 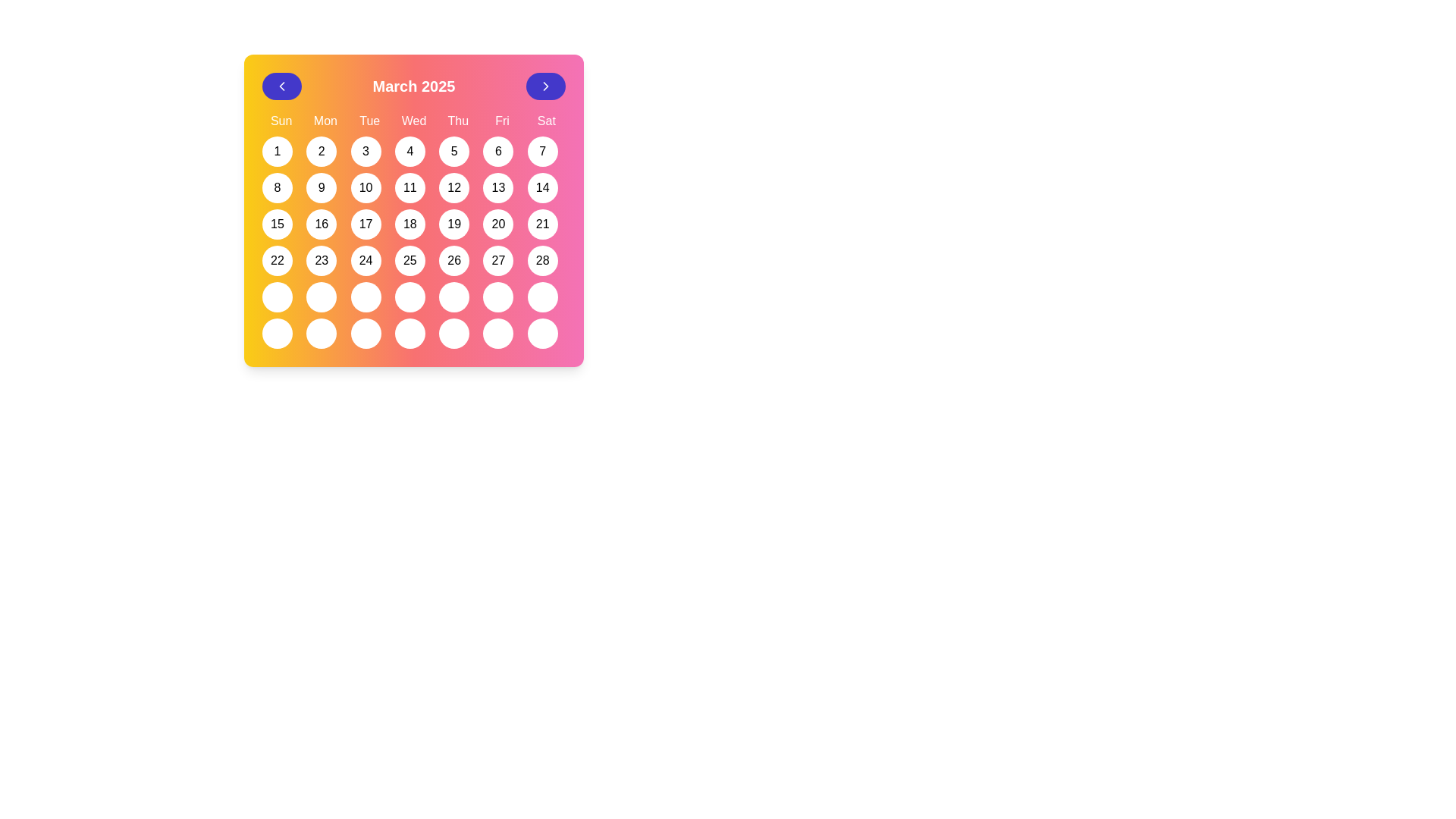 What do you see at coordinates (409, 224) in the screenshot?
I see `the circular button with a white background and black text displaying the number '18'` at bounding box center [409, 224].